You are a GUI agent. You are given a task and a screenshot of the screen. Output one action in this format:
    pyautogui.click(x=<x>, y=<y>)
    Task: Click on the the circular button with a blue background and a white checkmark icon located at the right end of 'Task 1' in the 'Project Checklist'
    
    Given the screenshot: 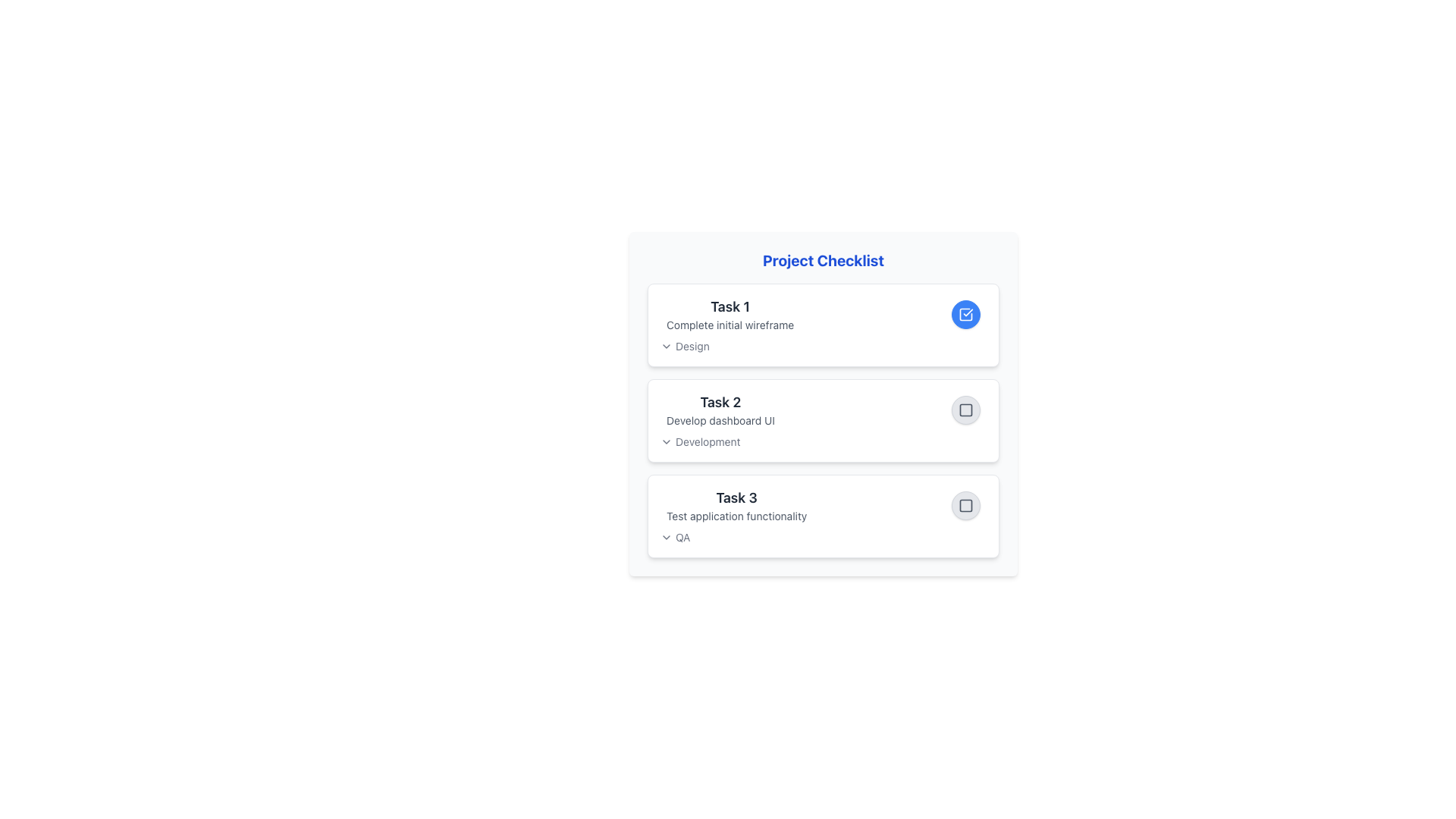 What is the action you would take?
    pyautogui.click(x=965, y=314)
    